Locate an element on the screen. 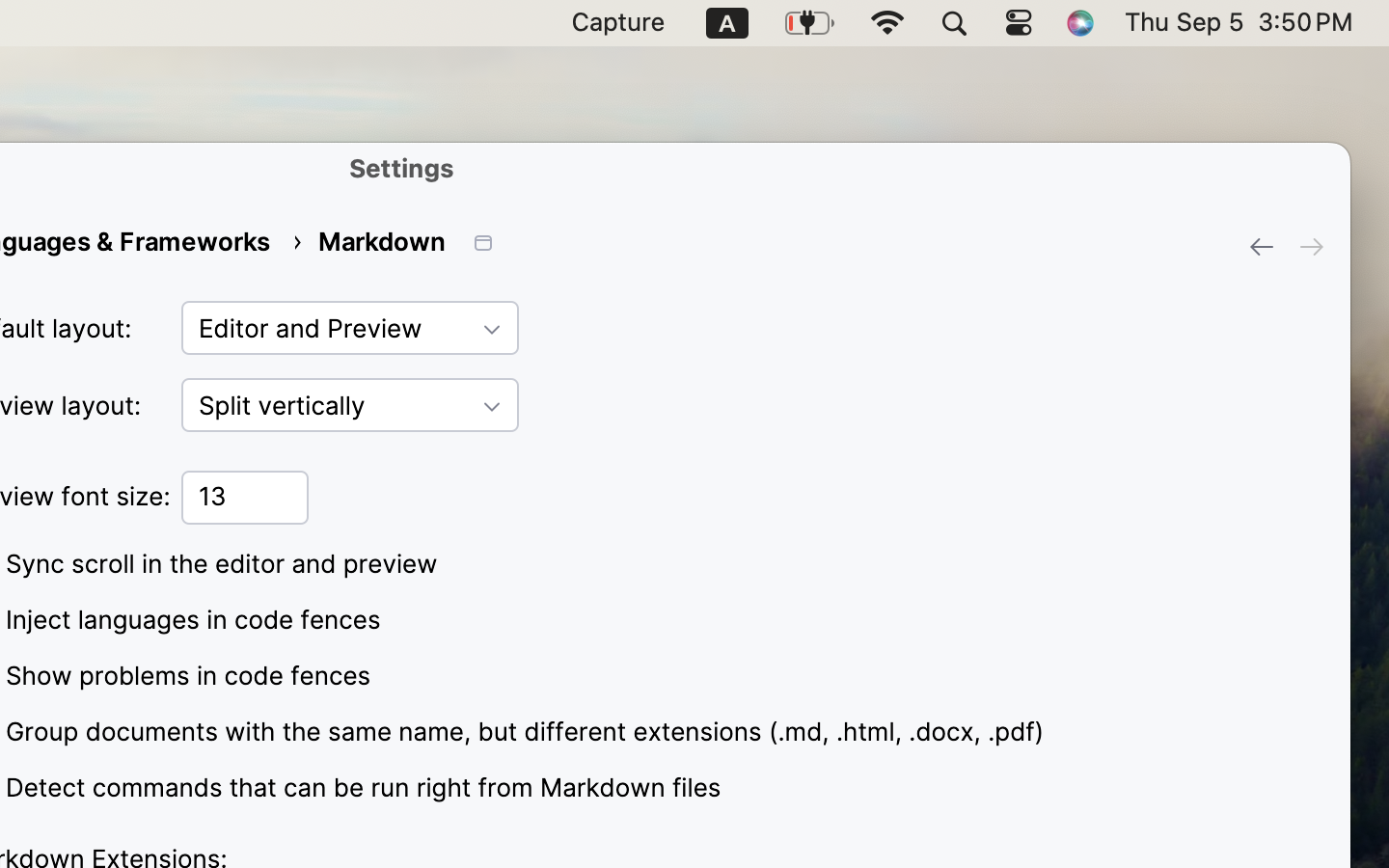  'Editor and Preview' is located at coordinates (349, 328).